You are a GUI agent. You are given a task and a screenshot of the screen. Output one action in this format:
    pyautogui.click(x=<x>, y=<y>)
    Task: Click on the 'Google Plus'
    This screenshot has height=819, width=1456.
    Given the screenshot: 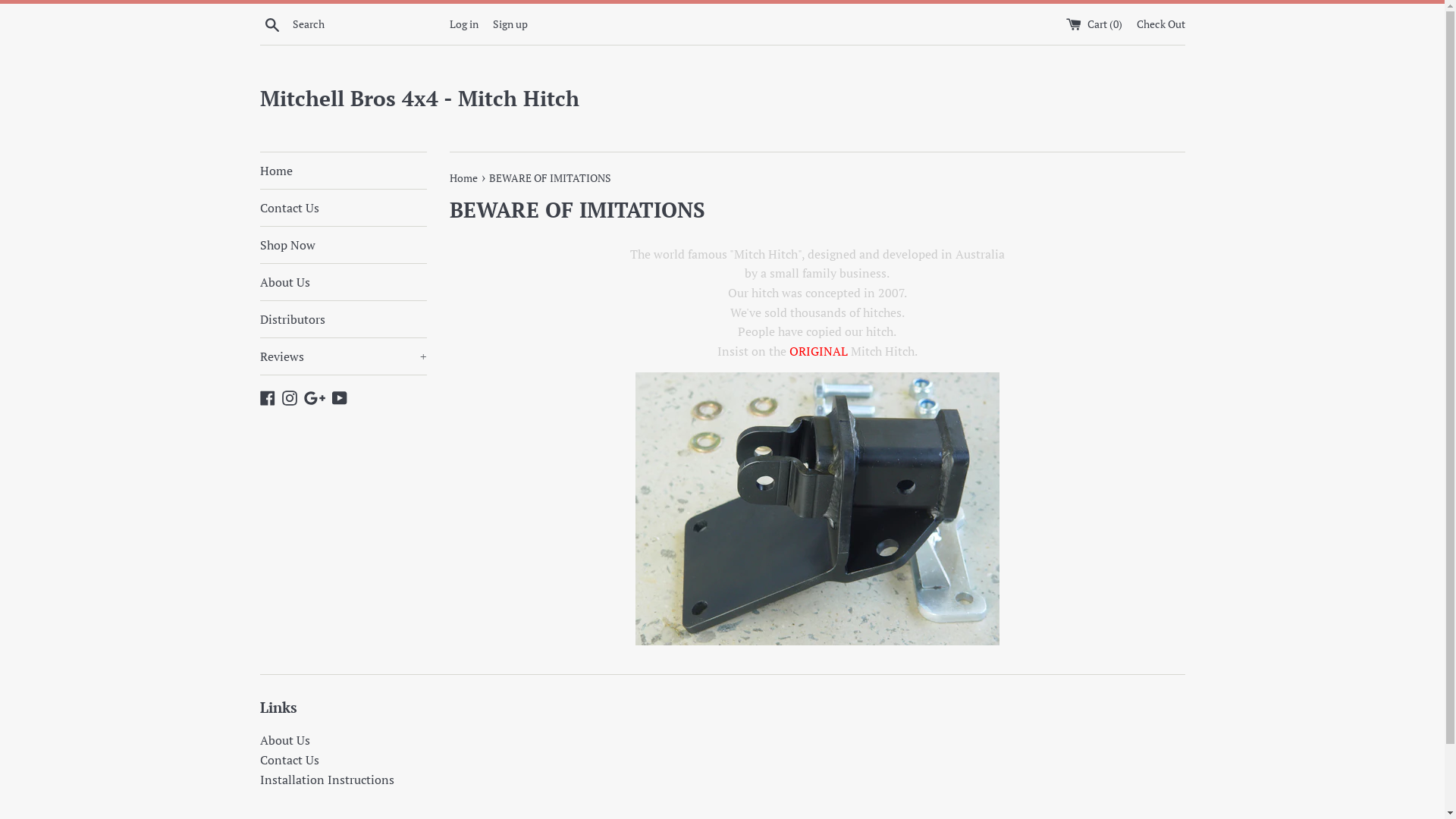 What is the action you would take?
    pyautogui.click(x=312, y=396)
    